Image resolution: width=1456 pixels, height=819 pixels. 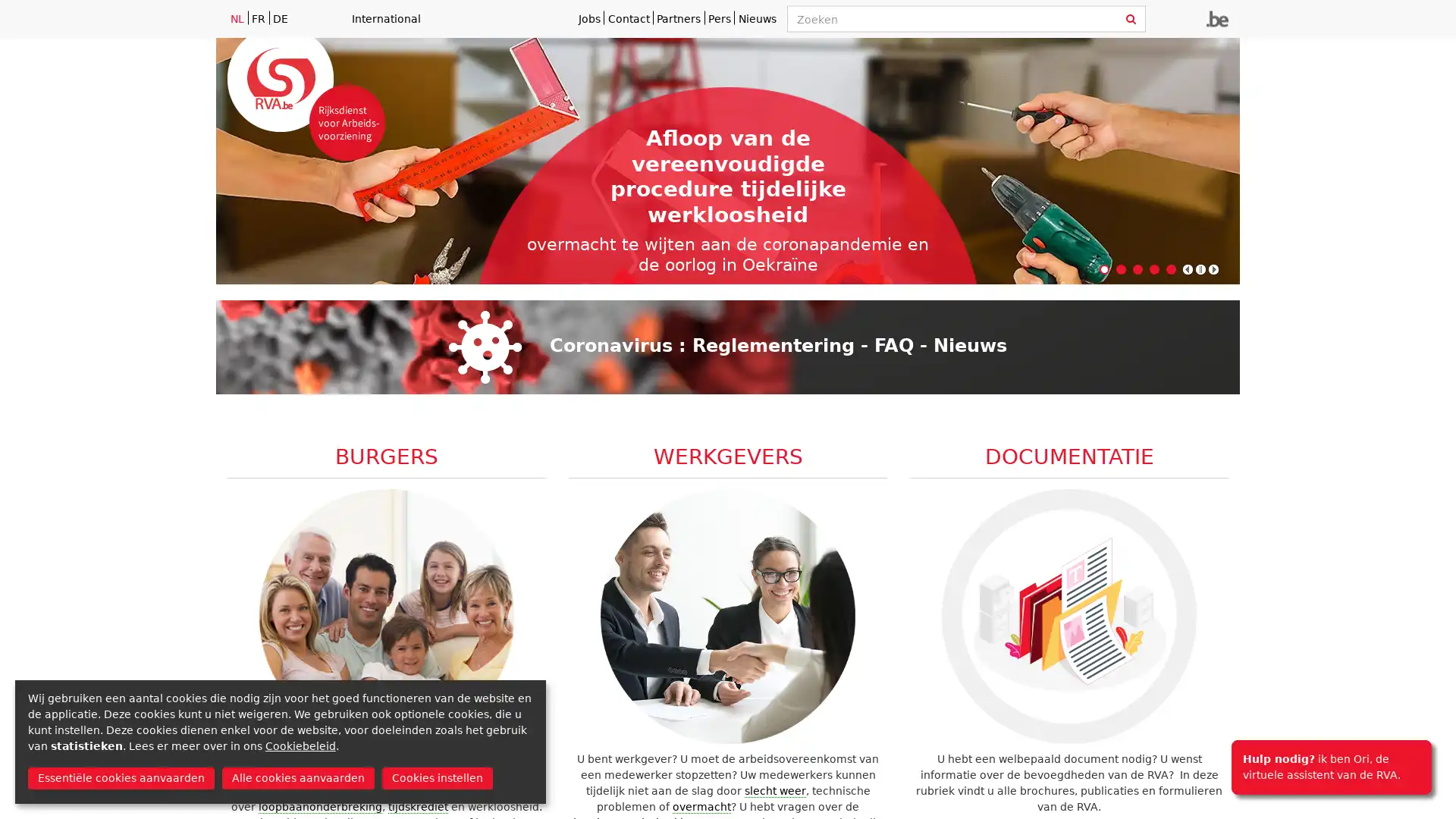 What do you see at coordinates (787, 32) in the screenshot?
I see `Zoeken` at bounding box center [787, 32].